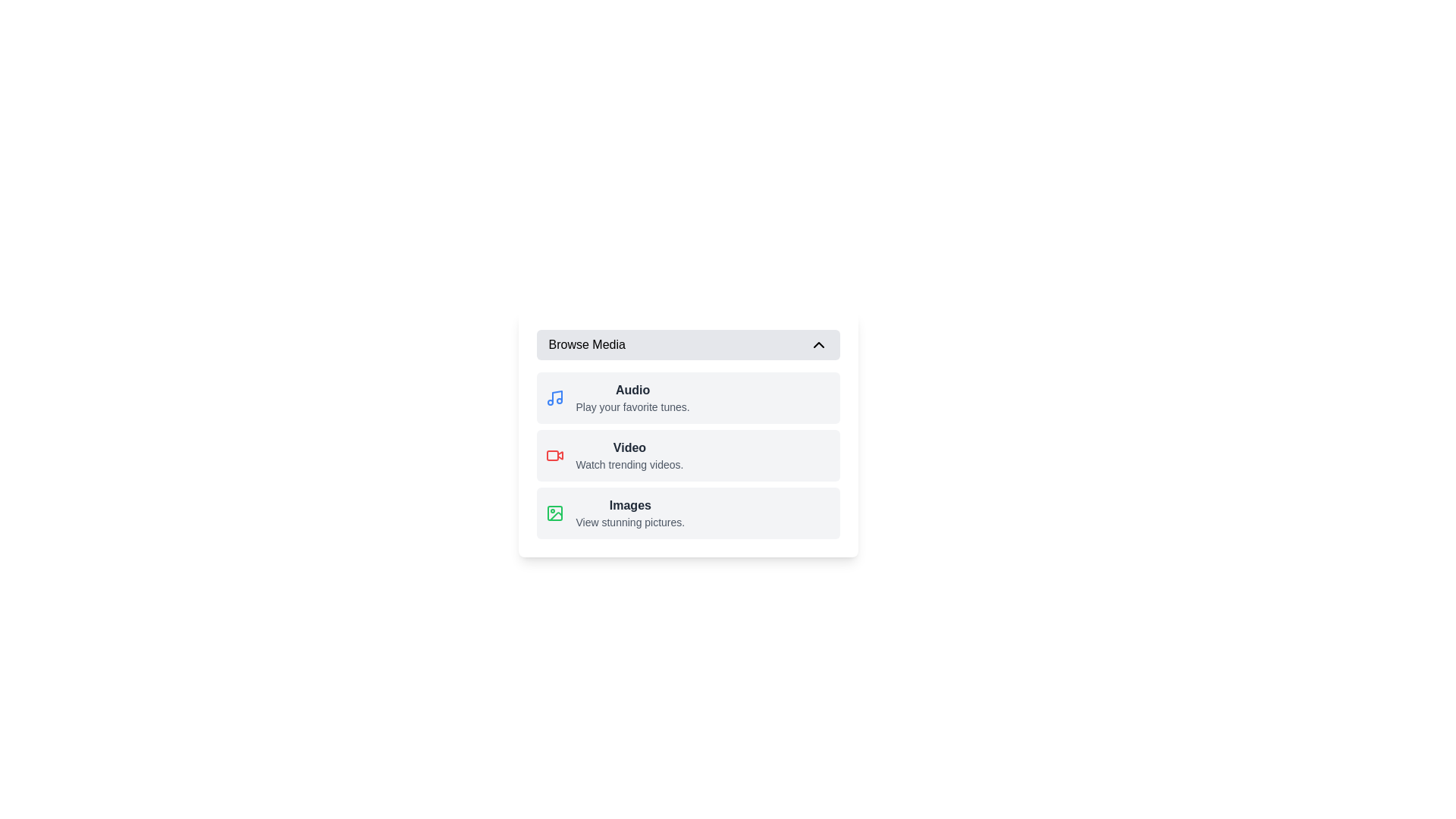  I want to click on the second list item labeled 'Video - Watch trending videos.' located within the 'Browse Media' section, so click(687, 455).